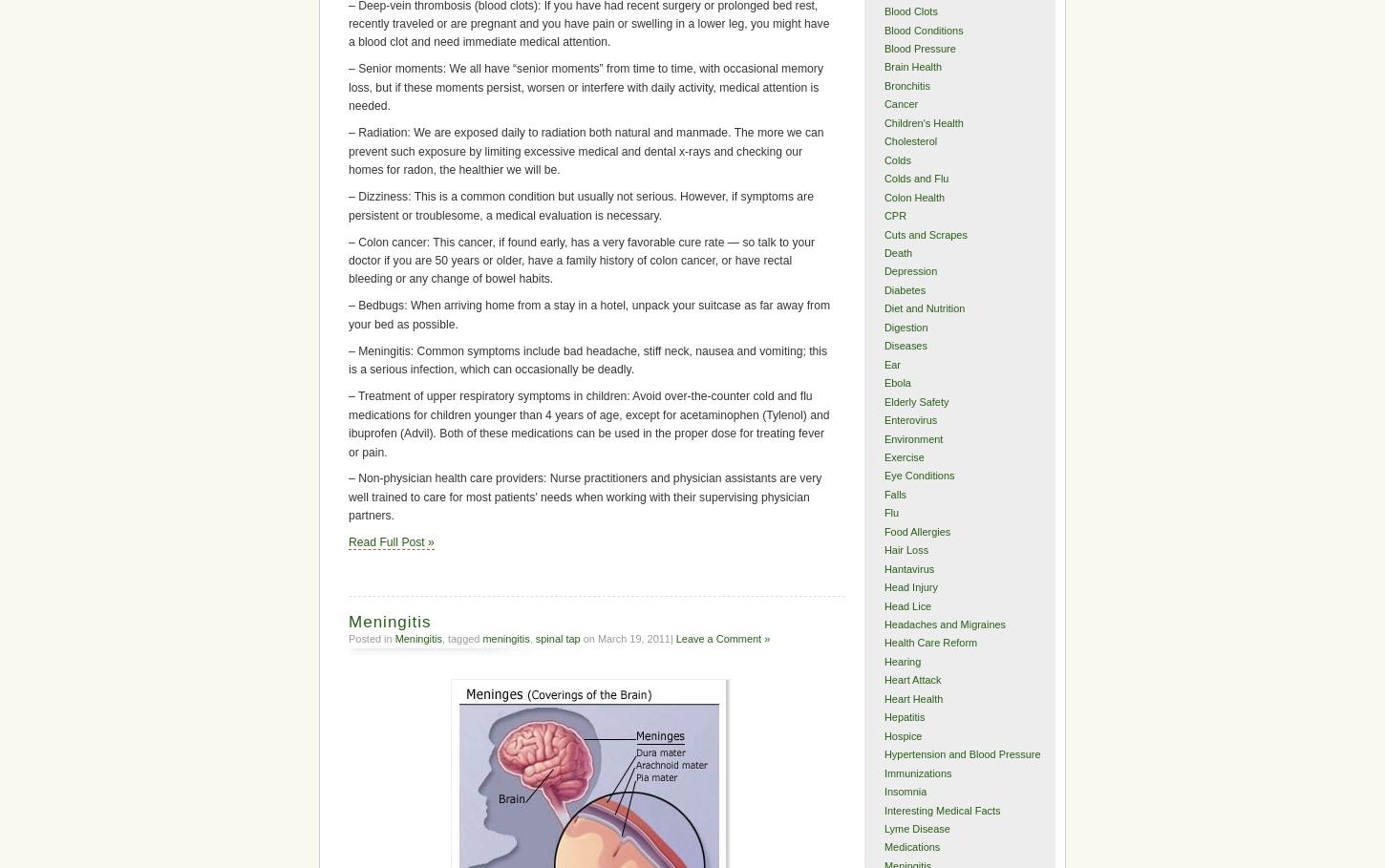 The image size is (1385, 868). I want to click on 'Colds', so click(896, 158).